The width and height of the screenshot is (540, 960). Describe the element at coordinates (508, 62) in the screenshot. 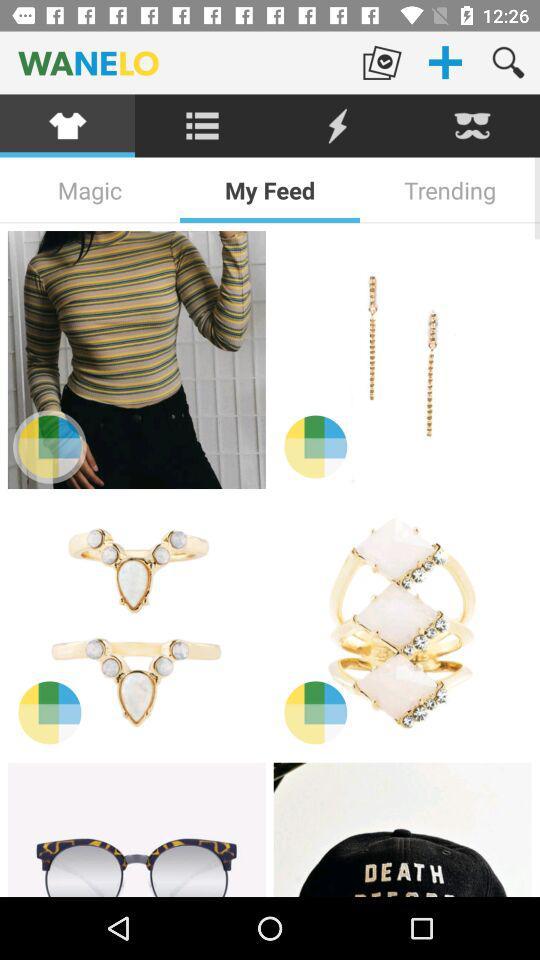

I see `the search icon` at that location.